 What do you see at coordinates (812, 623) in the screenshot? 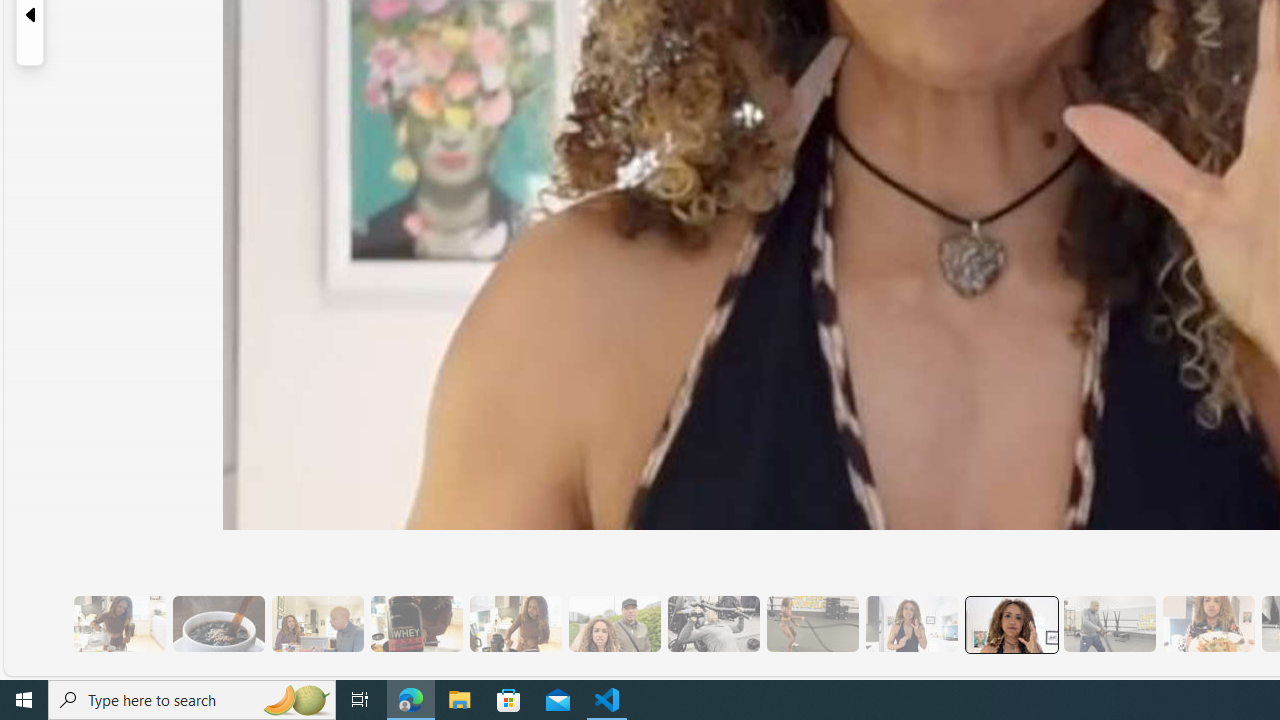
I see `'10 Then, They Do HIIT Cardio'` at bounding box center [812, 623].